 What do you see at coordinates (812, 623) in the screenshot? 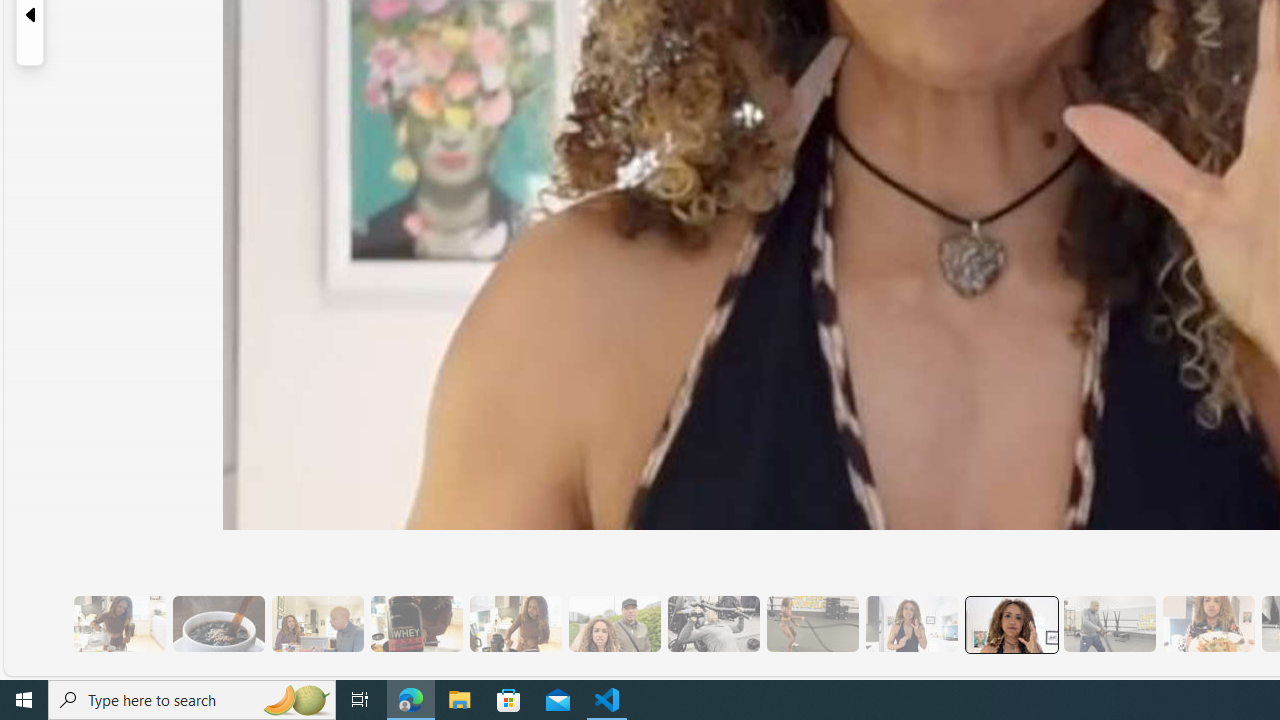
I see `'10 Then, They Do HIIT Cardio'` at bounding box center [812, 623].